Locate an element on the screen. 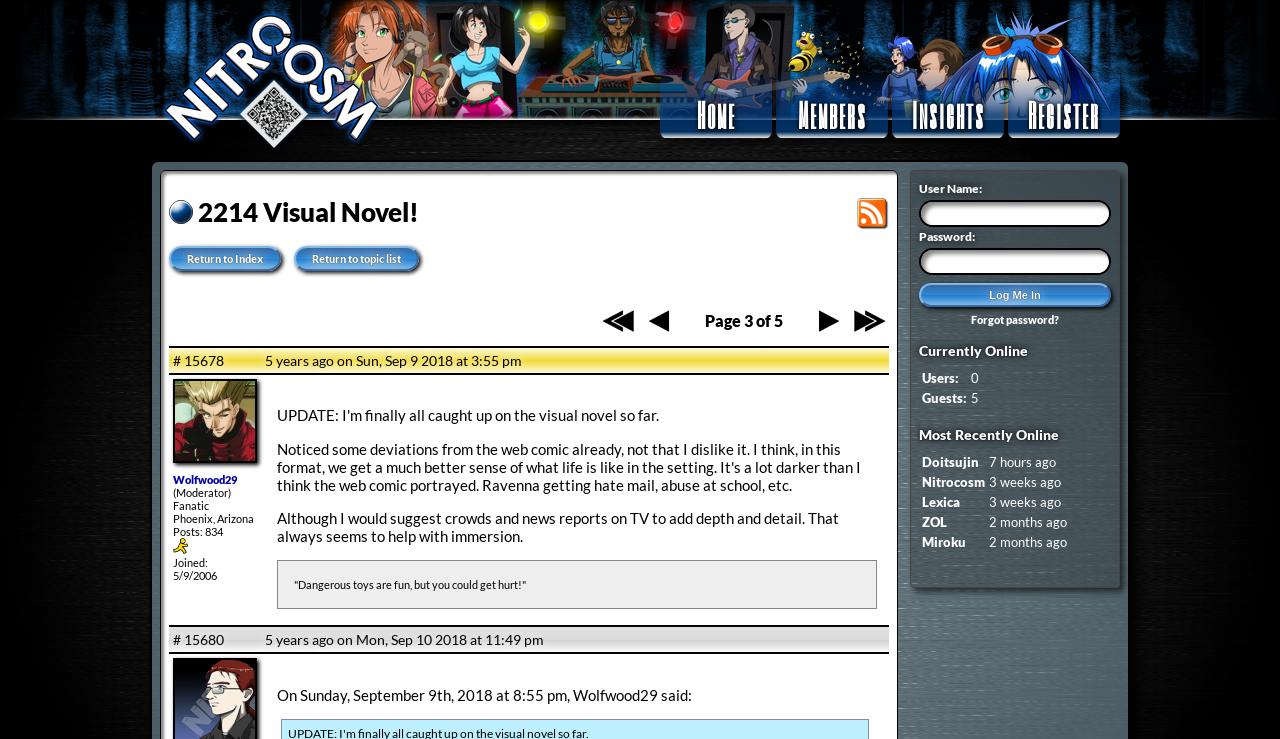  'Nitrocosm' is located at coordinates (952, 480).